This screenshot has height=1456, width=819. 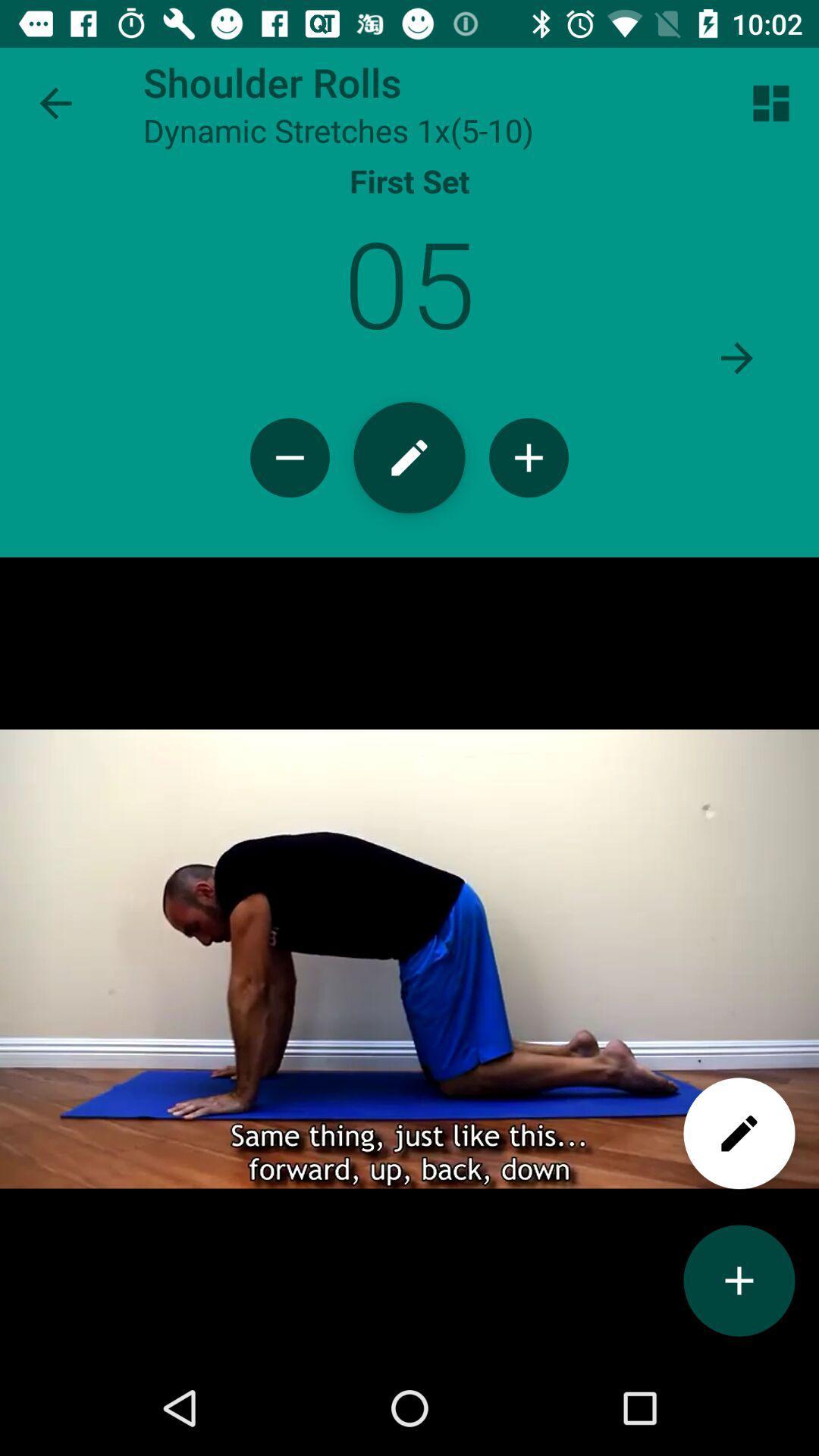 What do you see at coordinates (739, 1280) in the screenshot?
I see `more` at bounding box center [739, 1280].